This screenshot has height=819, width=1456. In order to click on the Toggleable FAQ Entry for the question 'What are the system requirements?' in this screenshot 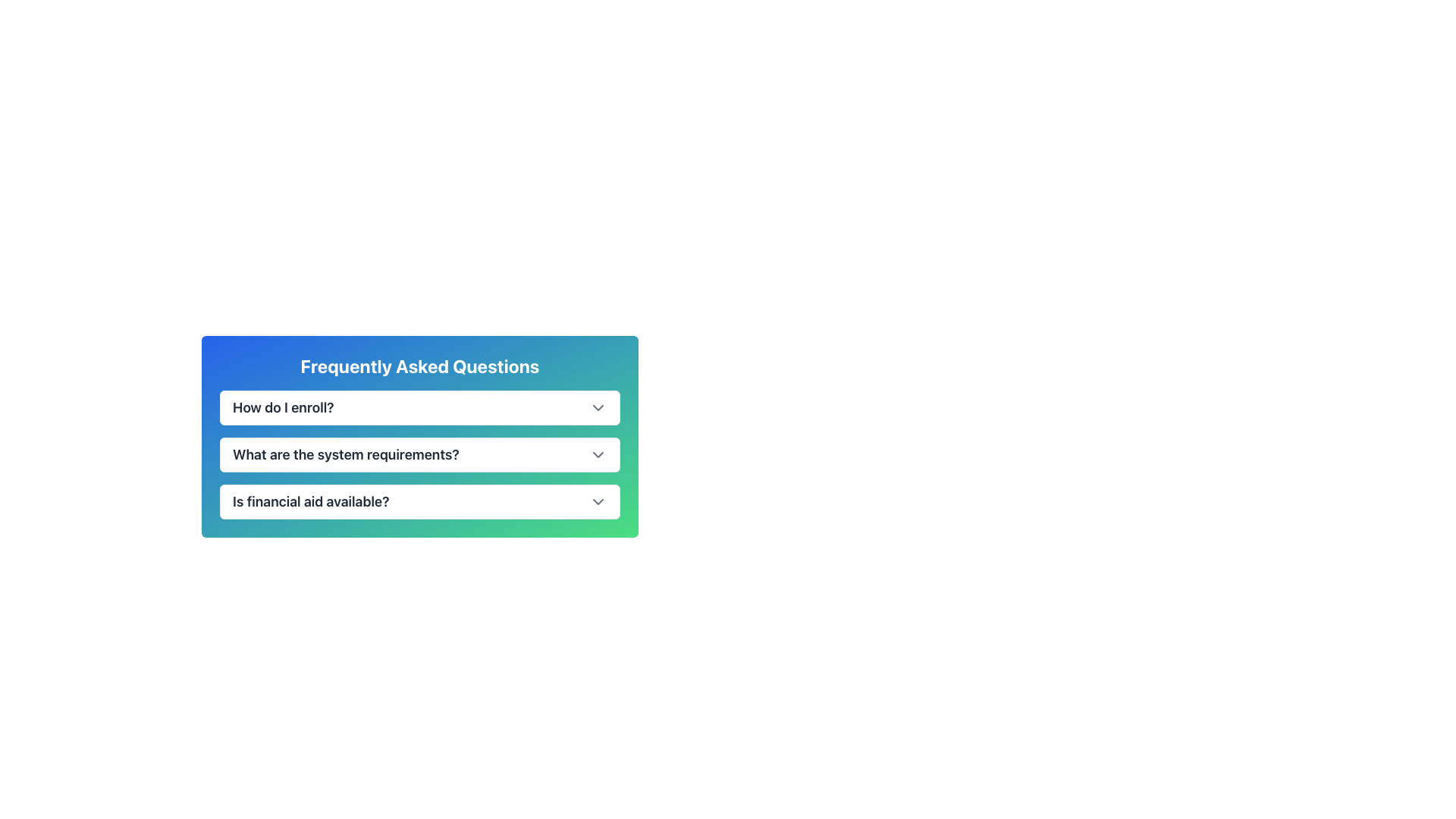, I will do `click(419, 454)`.